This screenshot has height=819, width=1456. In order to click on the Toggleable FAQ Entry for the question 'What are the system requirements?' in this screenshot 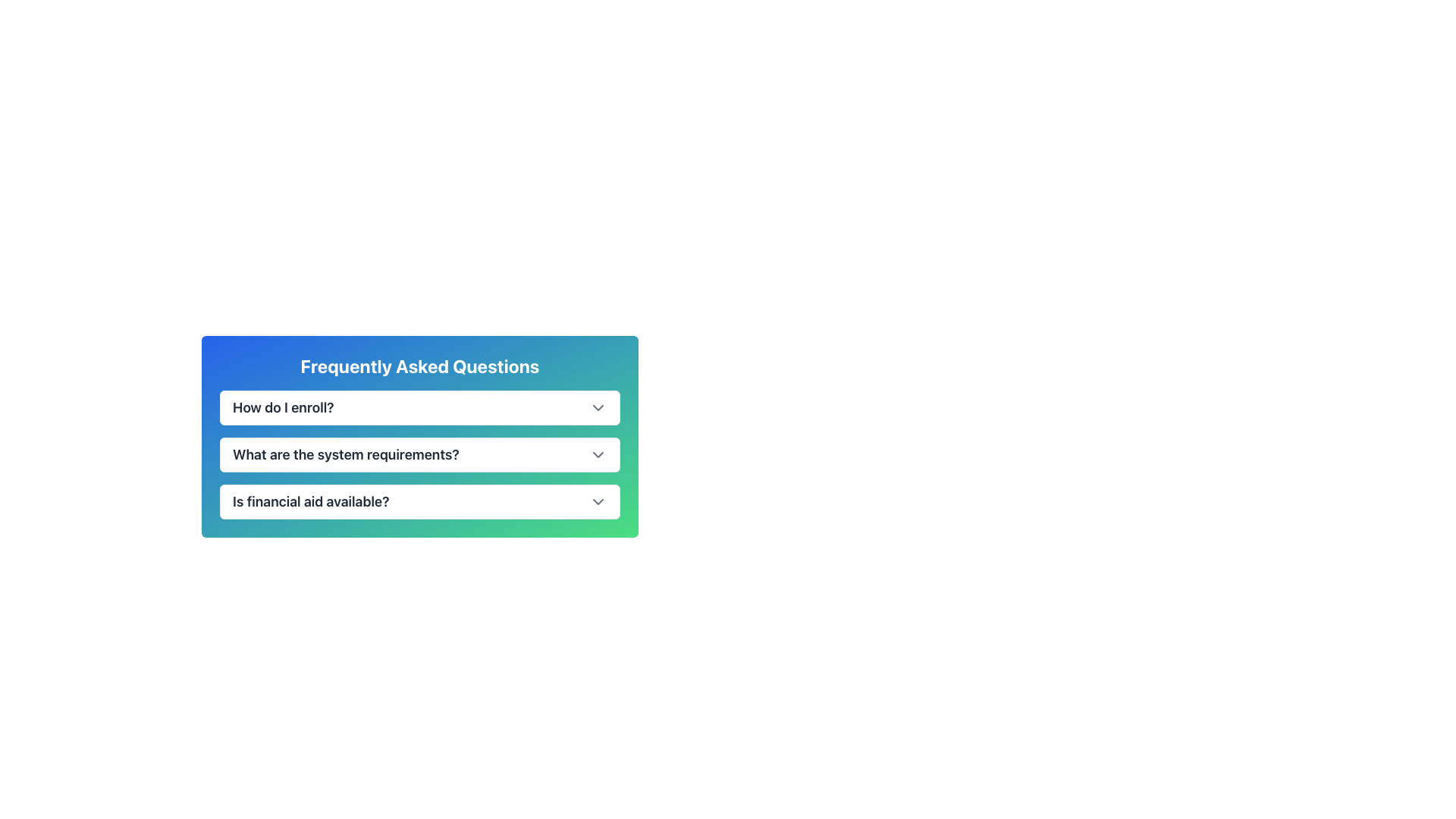, I will do `click(419, 454)`.